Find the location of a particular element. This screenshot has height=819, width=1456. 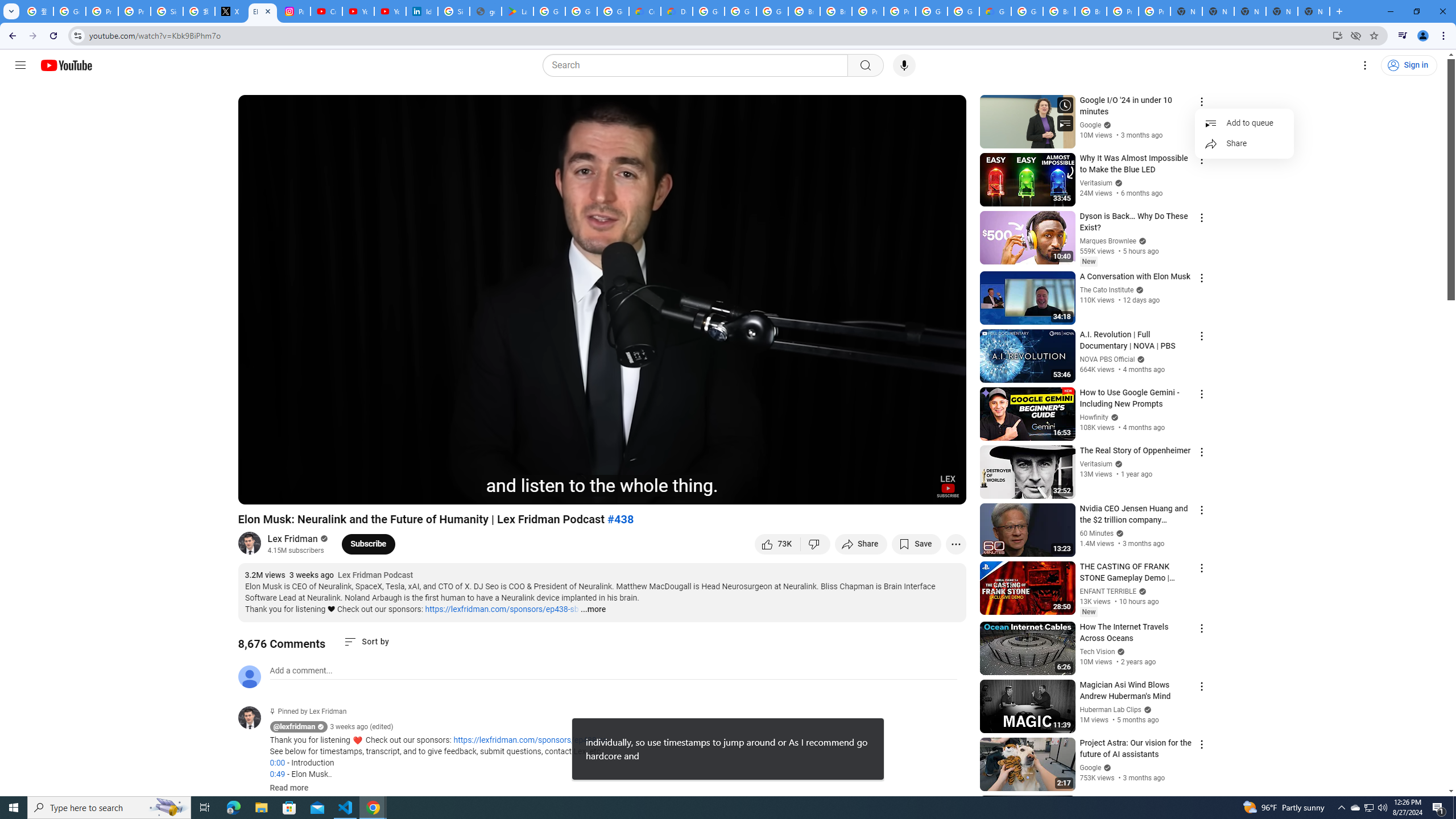

'More actions' is located at coordinates (955, 543).